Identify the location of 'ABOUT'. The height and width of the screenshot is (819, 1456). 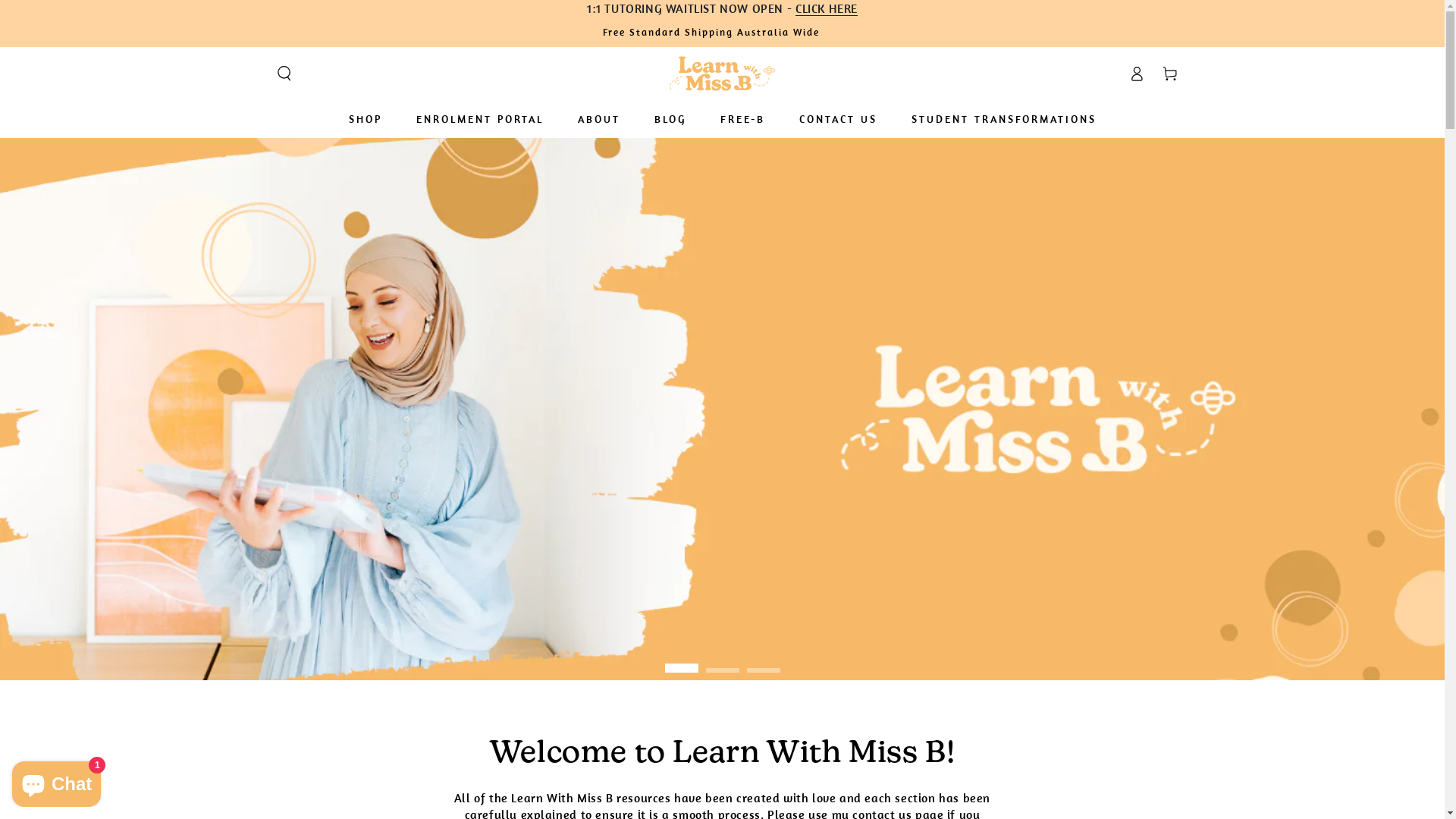
(597, 118).